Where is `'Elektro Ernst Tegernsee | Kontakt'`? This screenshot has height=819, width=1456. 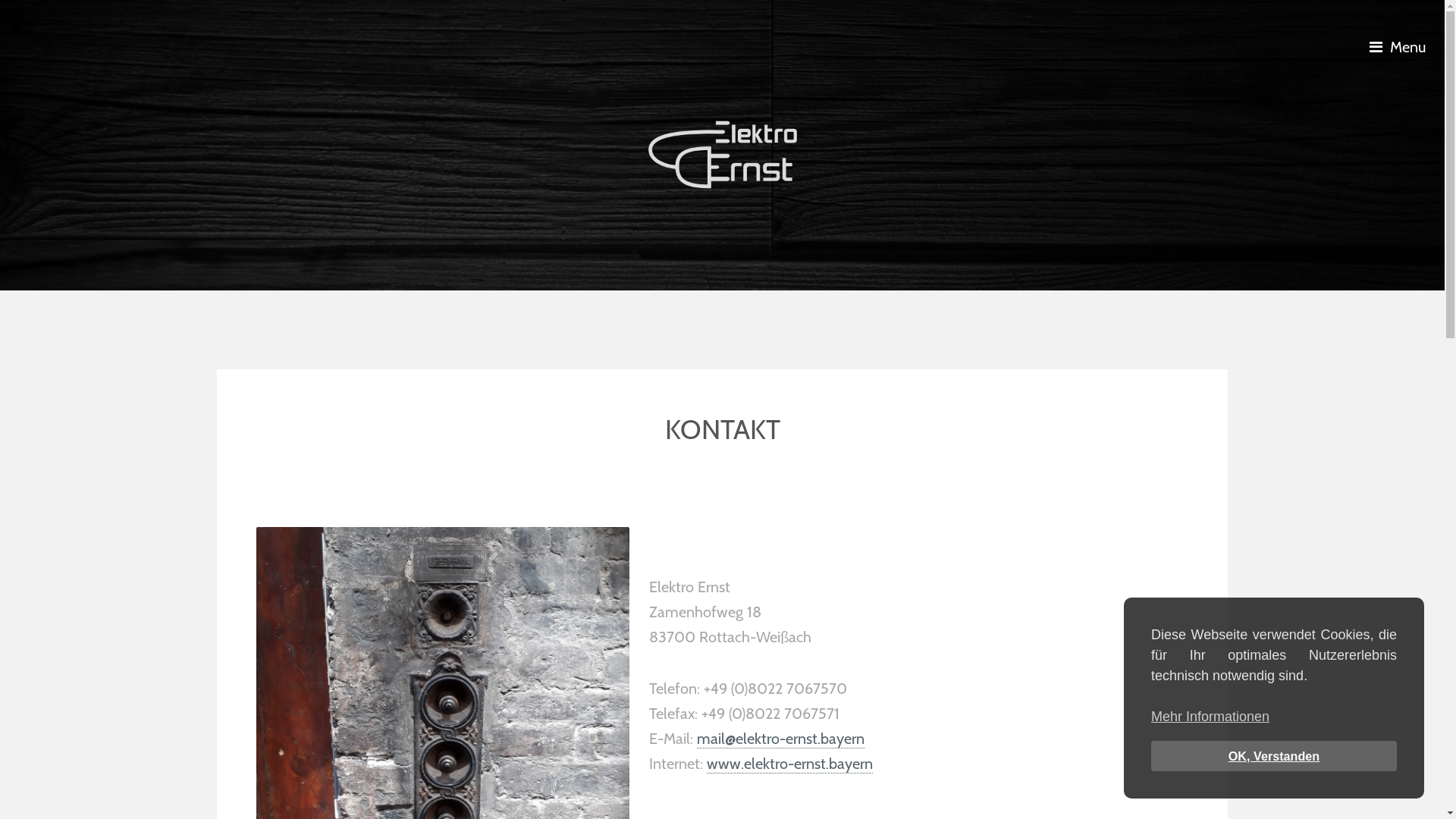
'Elektro Ernst Tegernsee | Kontakt' is located at coordinates (720, 155).